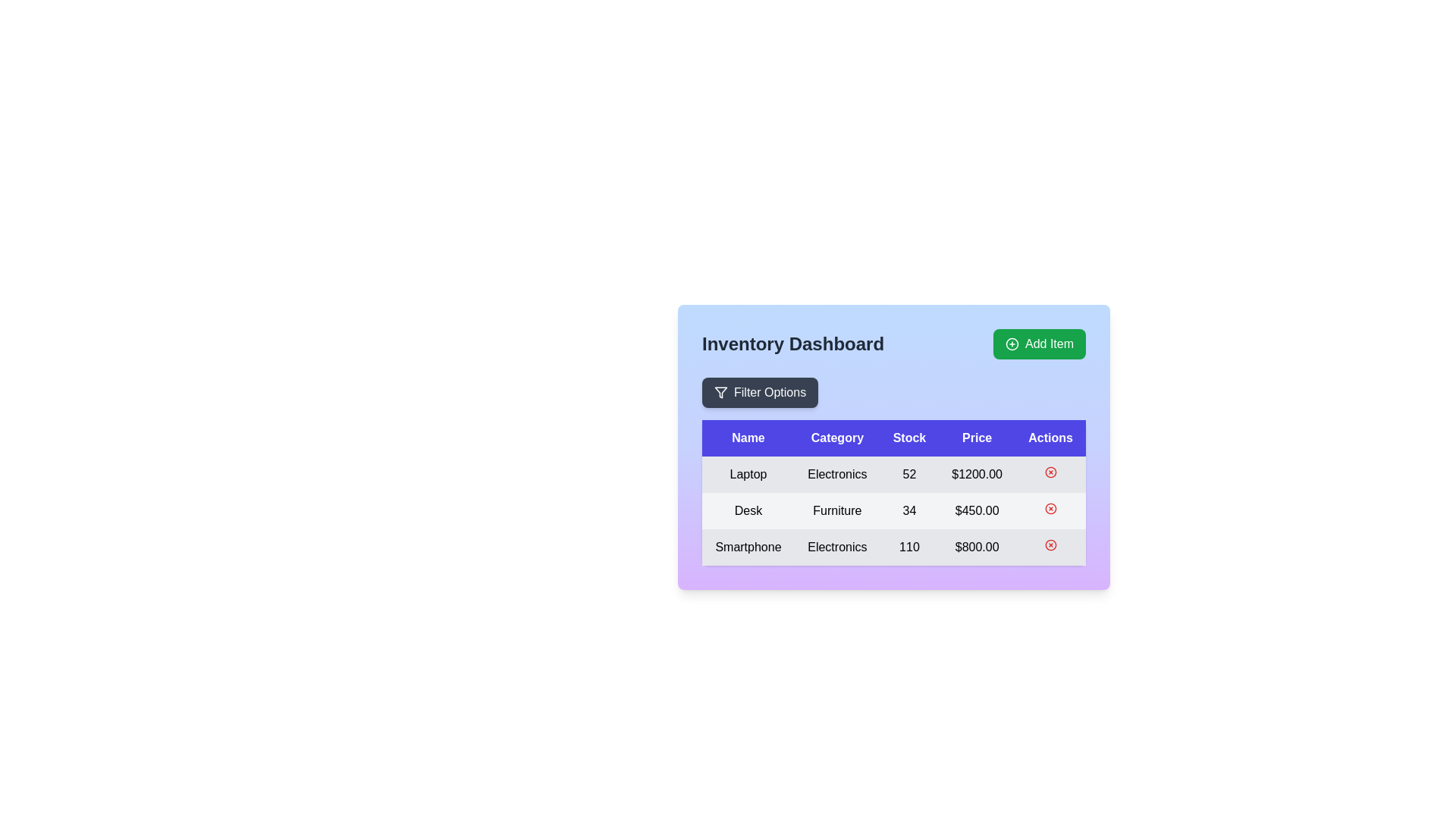 This screenshot has height=819, width=1456. What do you see at coordinates (836, 473) in the screenshot?
I see `the Static Label in the second column ('Category') of the first row of the table` at bounding box center [836, 473].